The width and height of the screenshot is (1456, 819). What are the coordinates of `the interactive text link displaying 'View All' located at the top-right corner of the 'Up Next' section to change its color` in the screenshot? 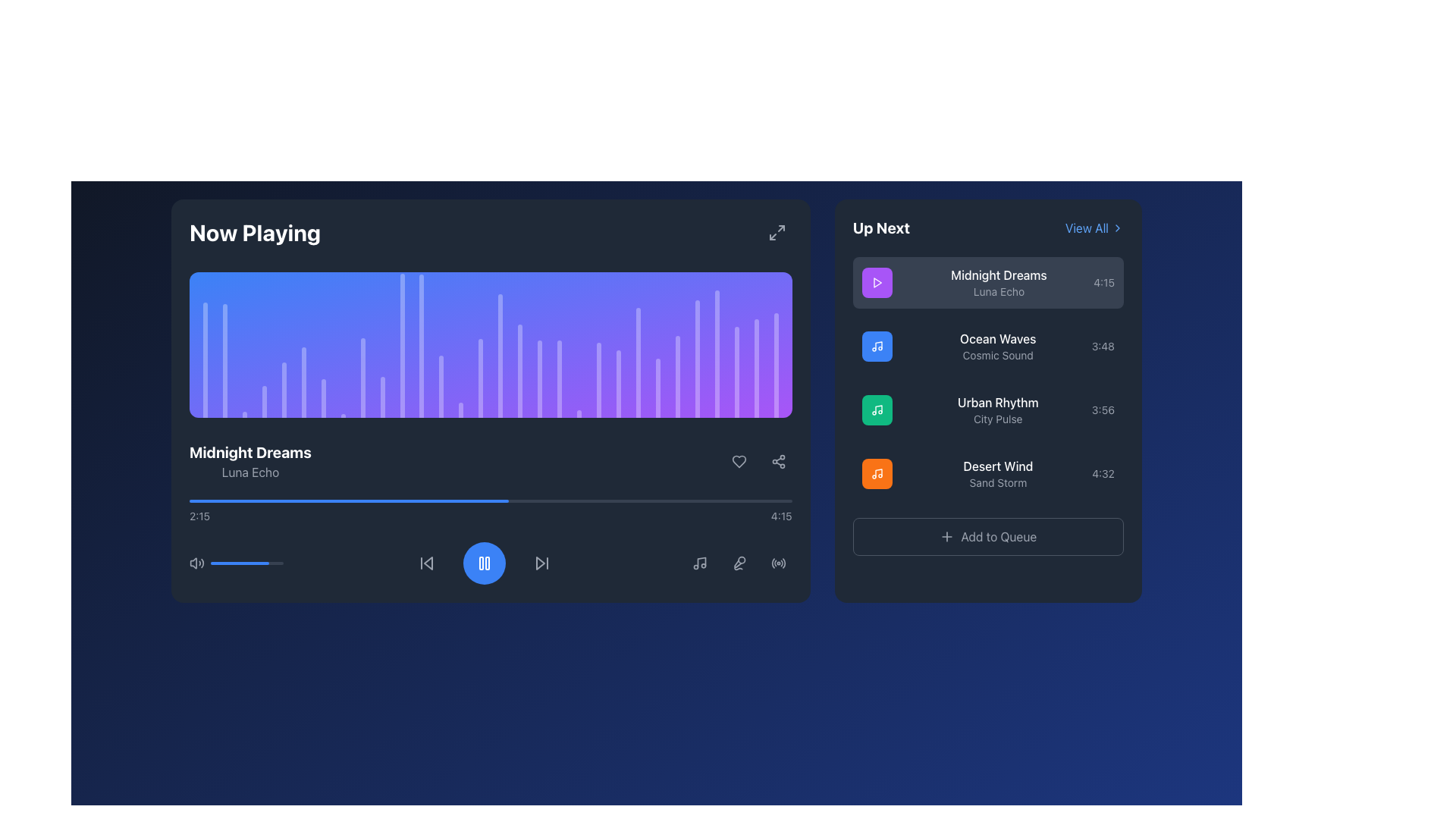 It's located at (1094, 227).